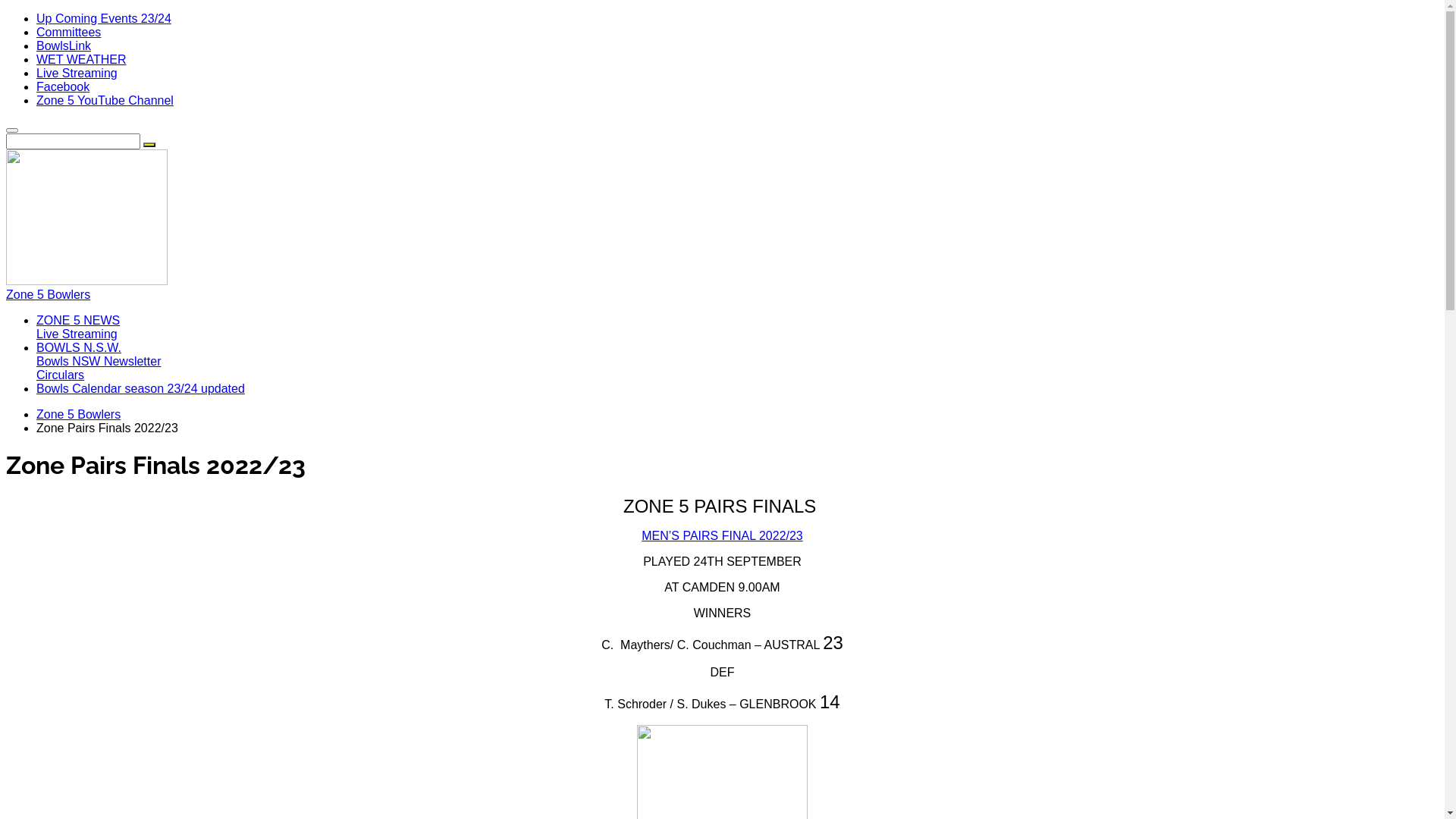 The image size is (1456, 819). Describe the element at coordinates (77, 414) in the screenshot. I see `'Zone 5 Bowlers'` at that location.